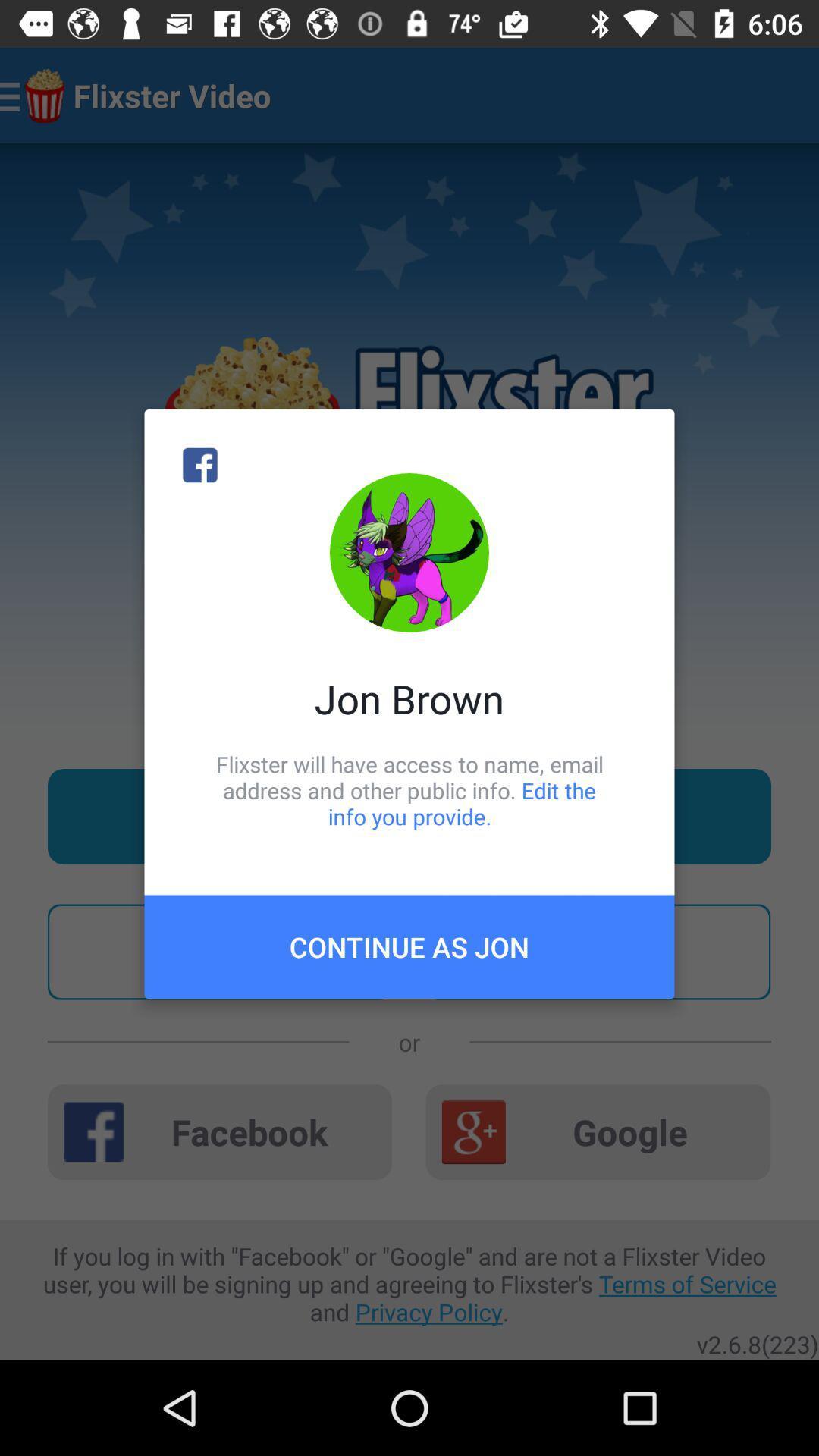  Describe the element at coordinates (409, 946) in the screenshot. I see `the continue as jon icon` at that location.